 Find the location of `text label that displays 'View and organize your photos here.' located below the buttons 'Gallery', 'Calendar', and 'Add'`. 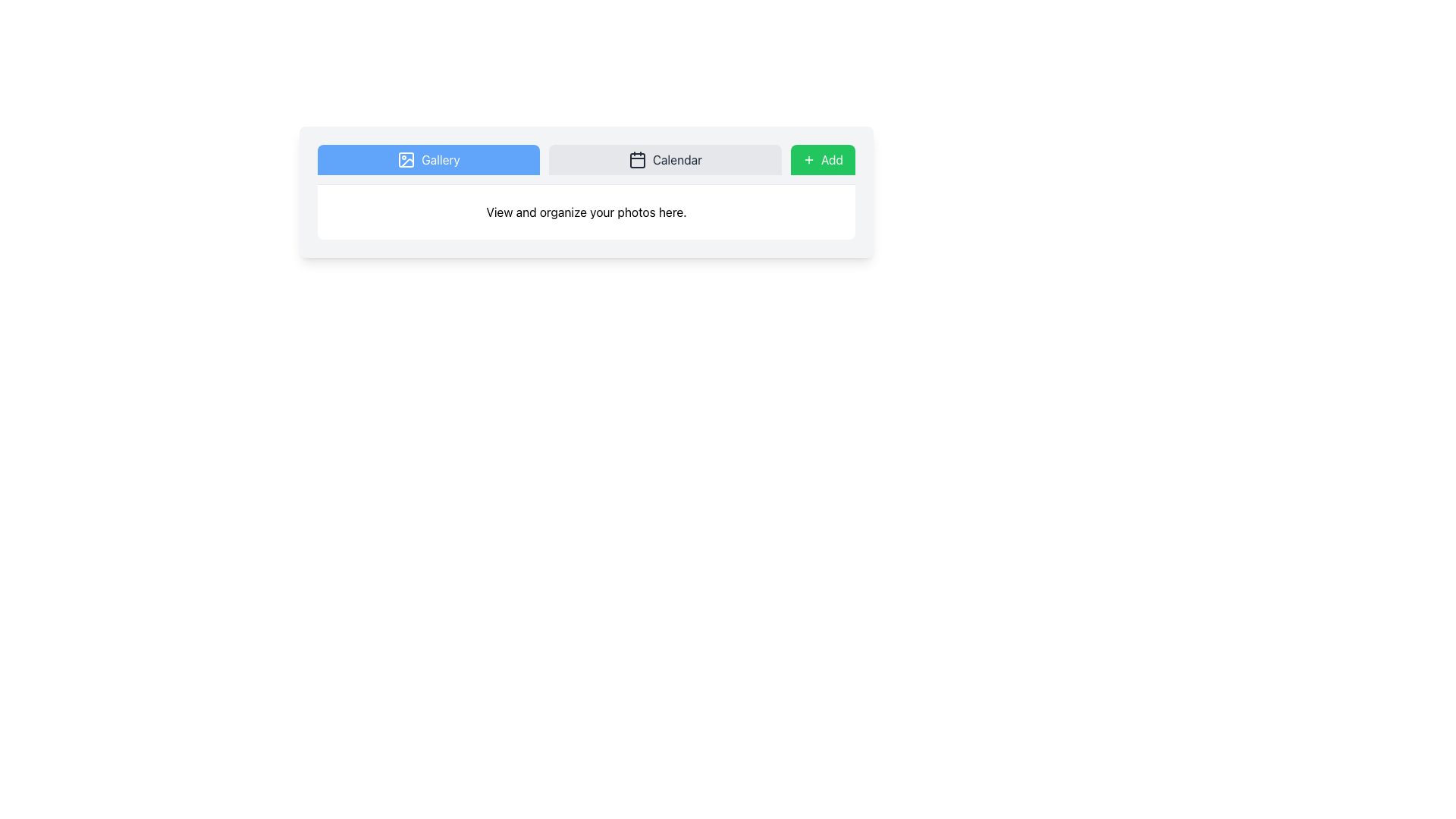

text label that displays 'View and organize your photos here.' located below the buttons 'Gallery', 'Calendar', and 'Add' is located at coordinates (585, 212).